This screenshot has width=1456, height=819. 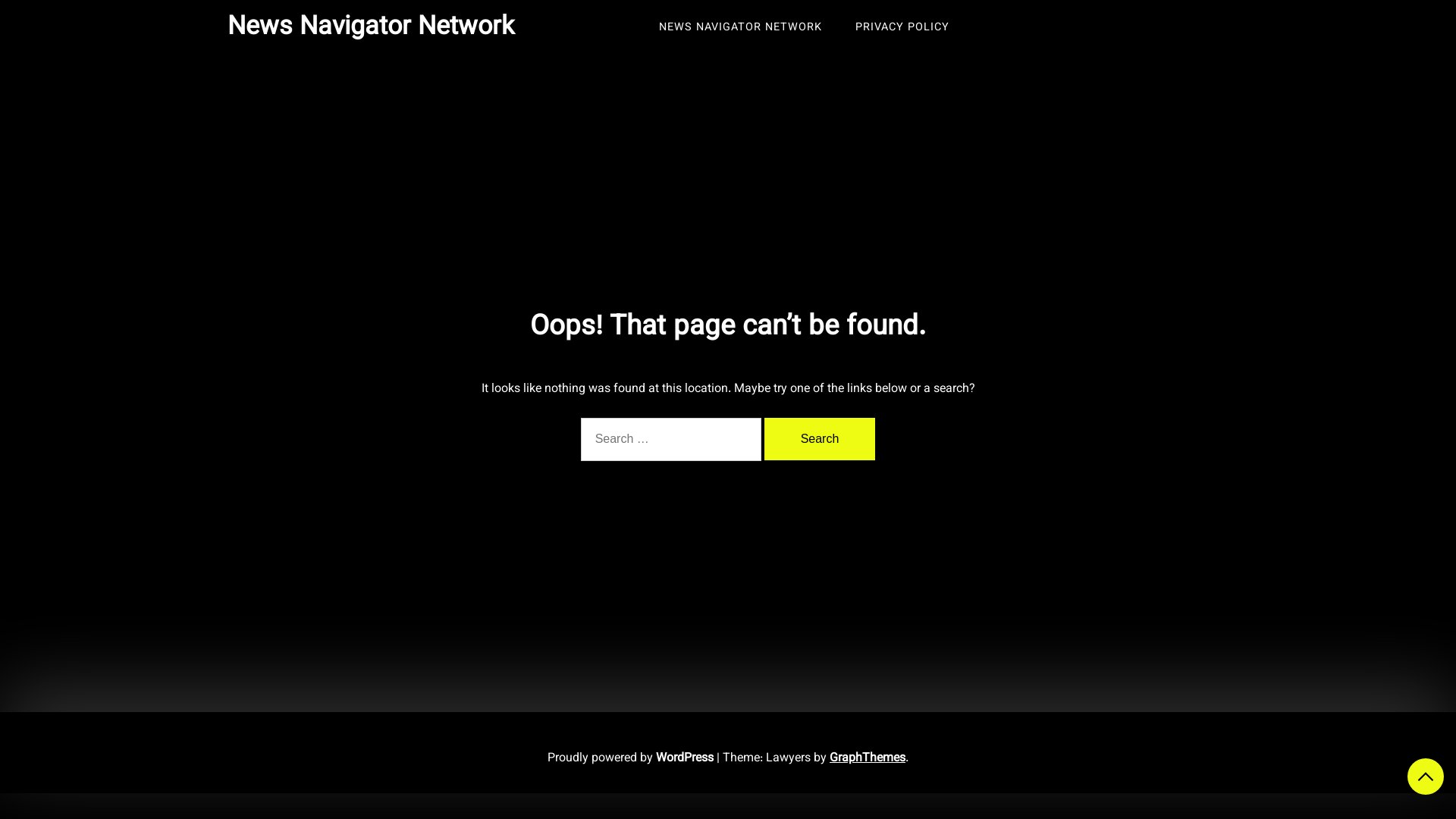 I want to click on 'News Navigator Network', so click(x=371, y=27).